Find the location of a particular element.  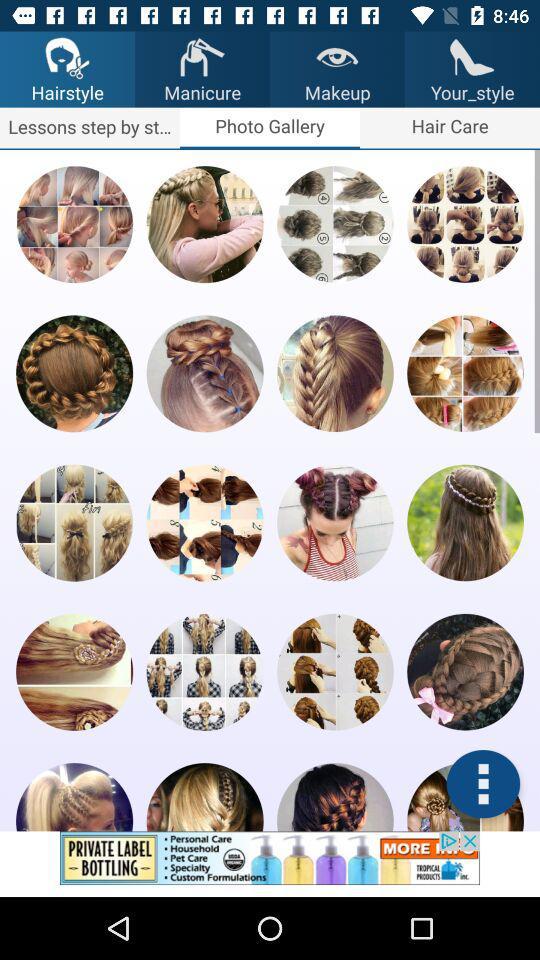

the more icon is located at coordinates (482, 784).